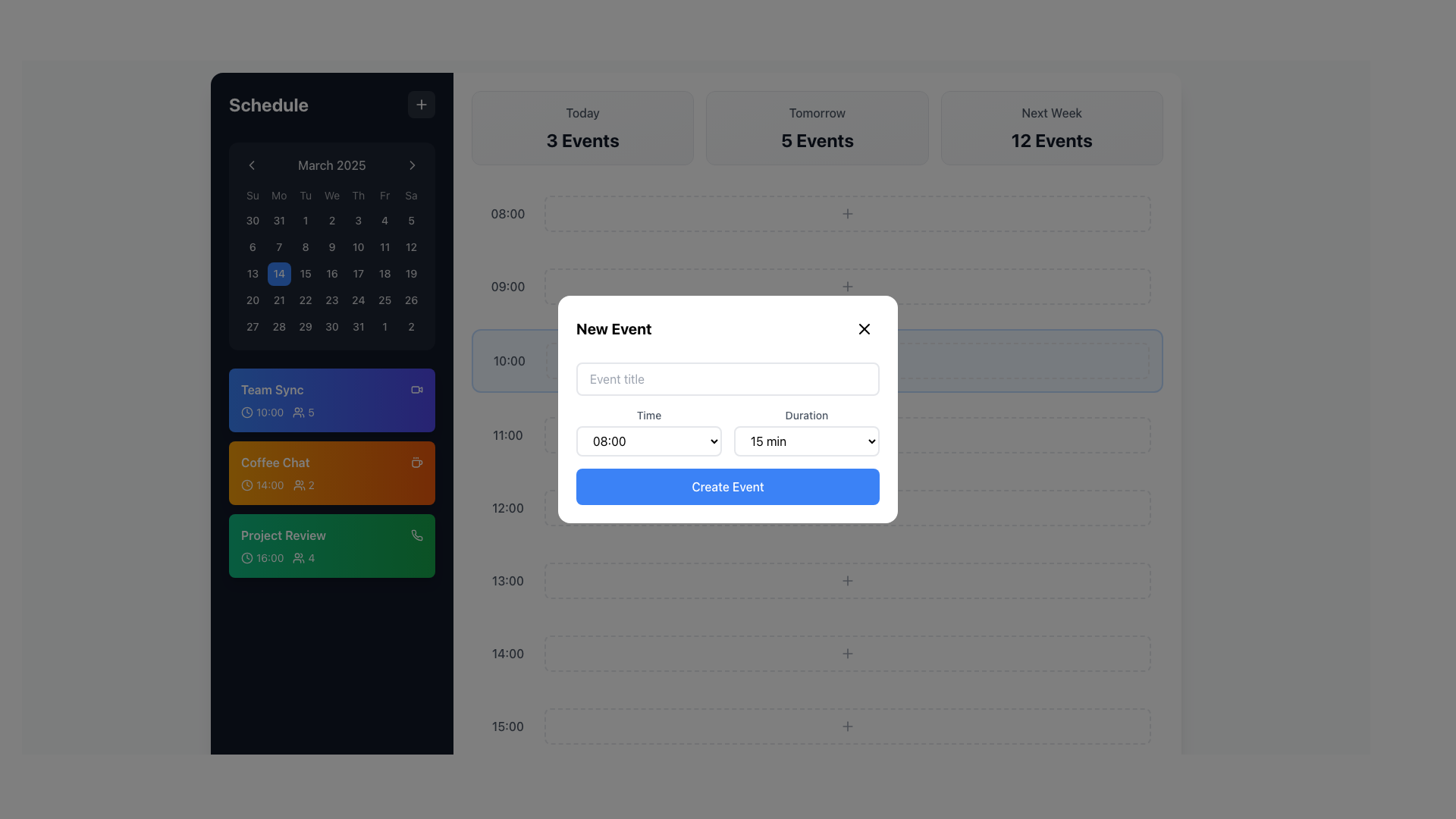  What do you see at coordinates (305, 300) in the screenshot?
I see `the square button with rounded edges displaying the number '22' in a calendar interface located in the fourth row, third column` at bounding box center [305, 300].